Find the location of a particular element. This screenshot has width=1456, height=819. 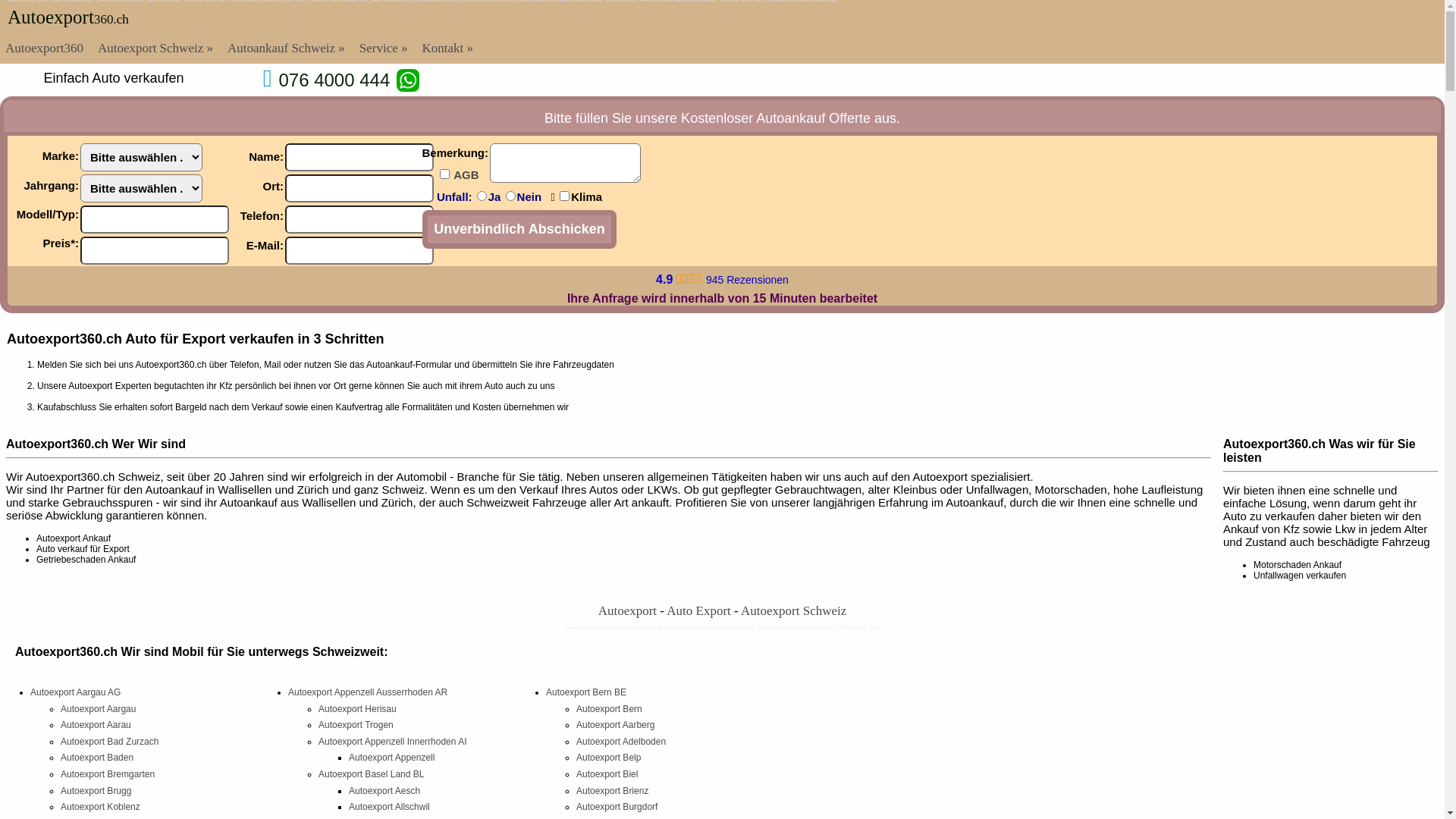

'Autoexport Baden' is located at coordinates (96, 758).